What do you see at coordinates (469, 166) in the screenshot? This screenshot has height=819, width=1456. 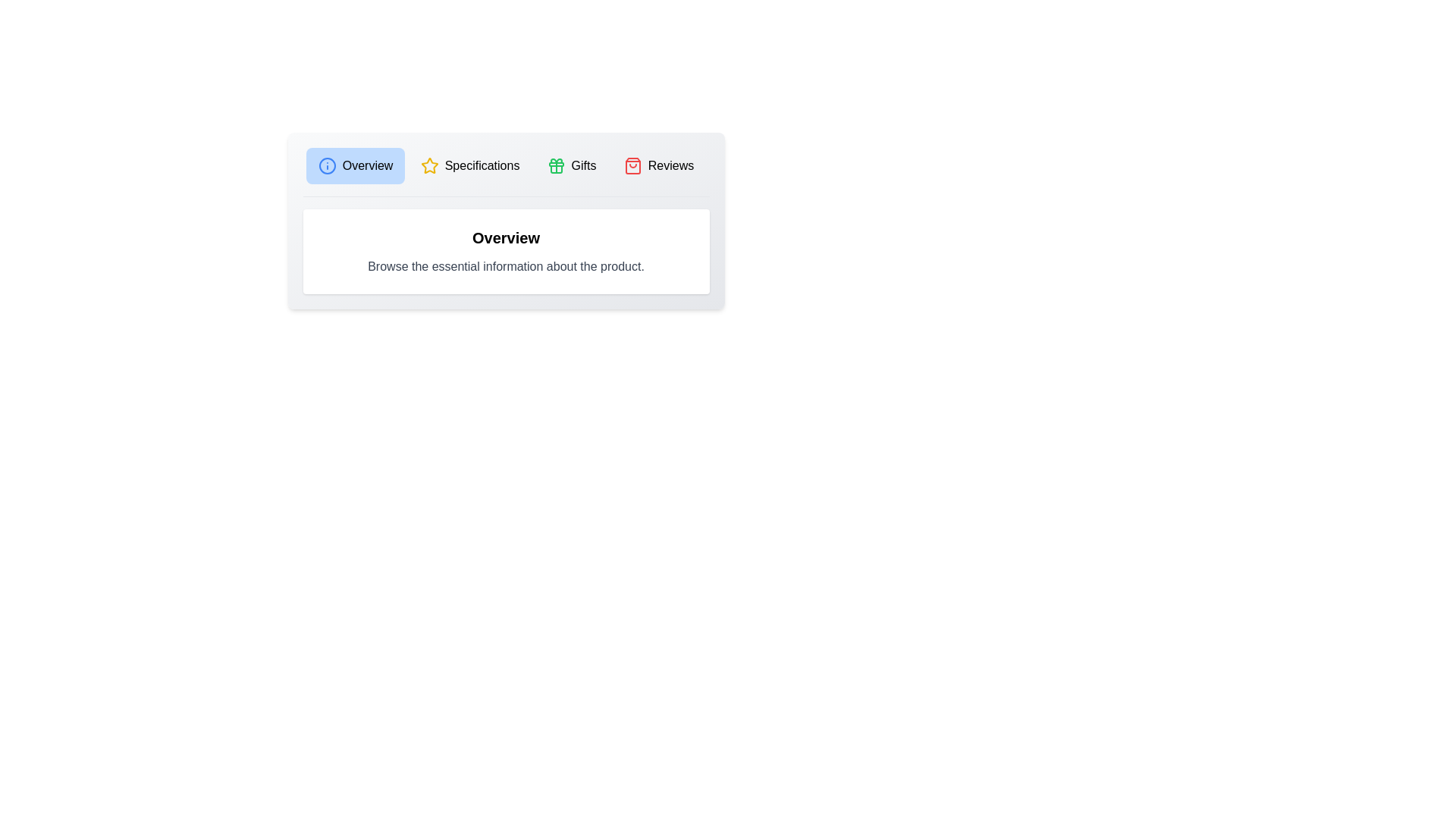 I see `the Specifications tab to display its content` at bounding box center [469, 166].